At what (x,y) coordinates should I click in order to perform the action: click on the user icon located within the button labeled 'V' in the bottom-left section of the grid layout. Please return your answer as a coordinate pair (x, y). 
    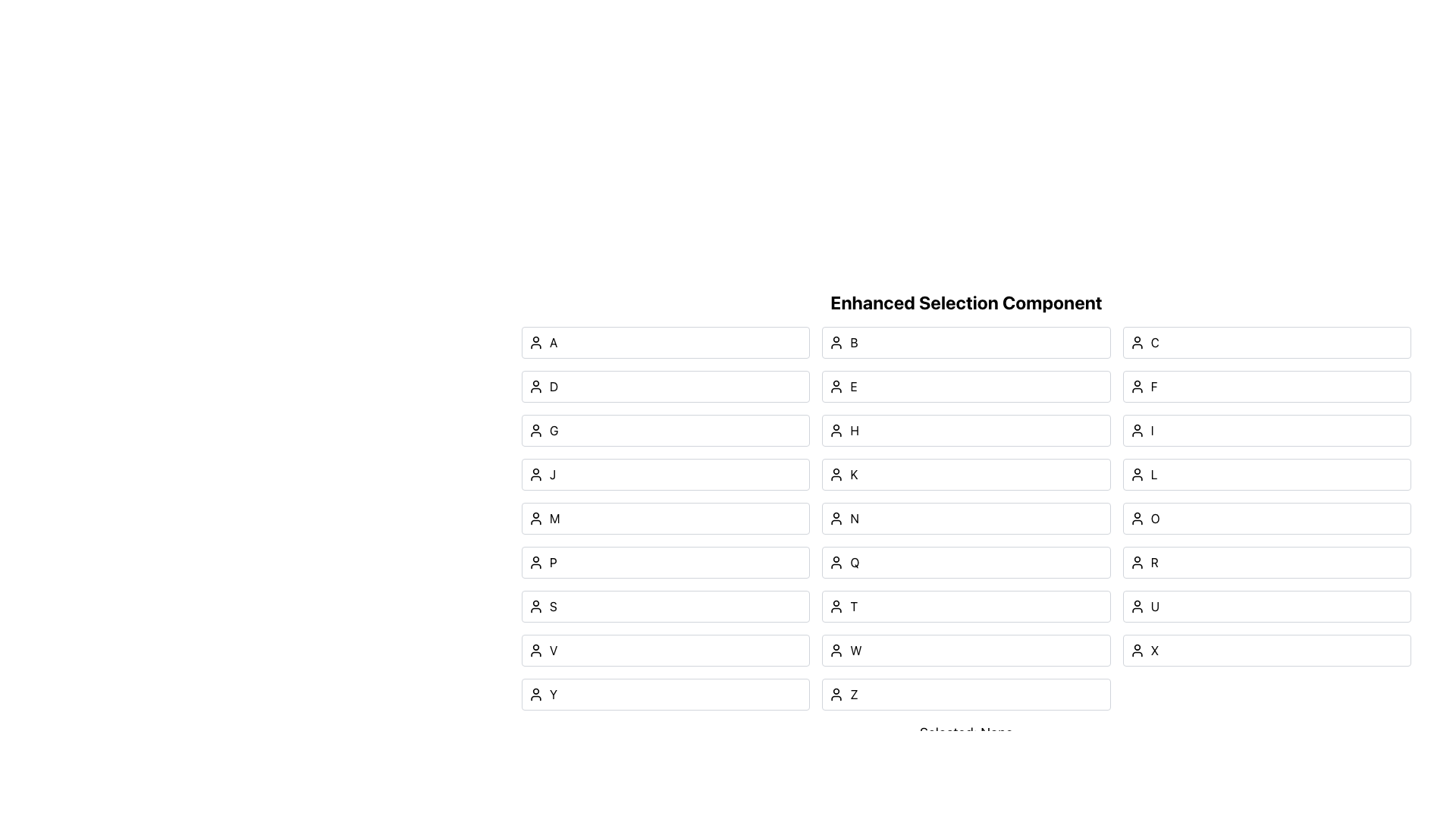
    Looking at the image, I should click on (535, 649).